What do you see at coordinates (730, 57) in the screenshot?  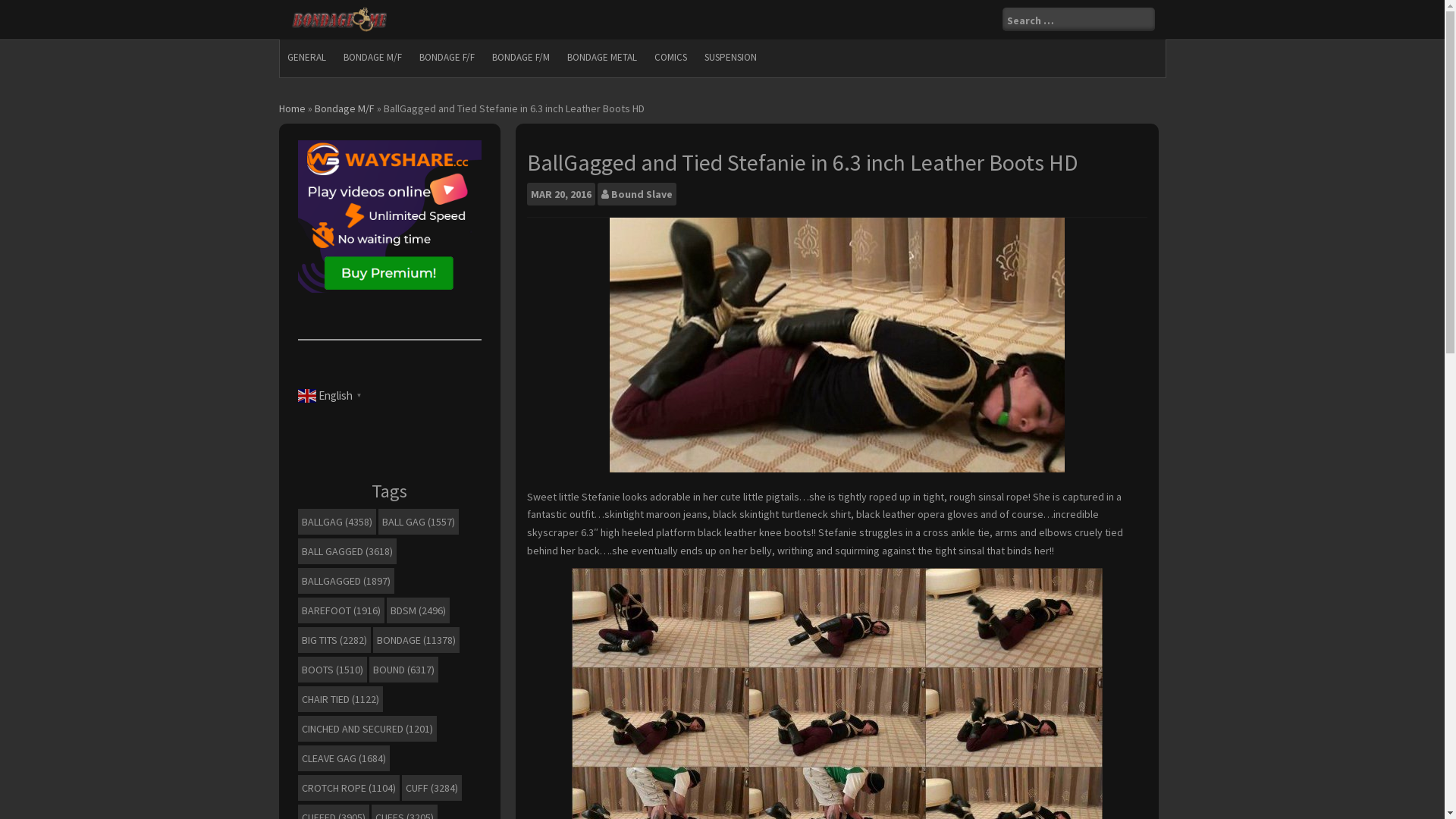 I see `'SUSPENSION'` at bounding box center [730, 57].